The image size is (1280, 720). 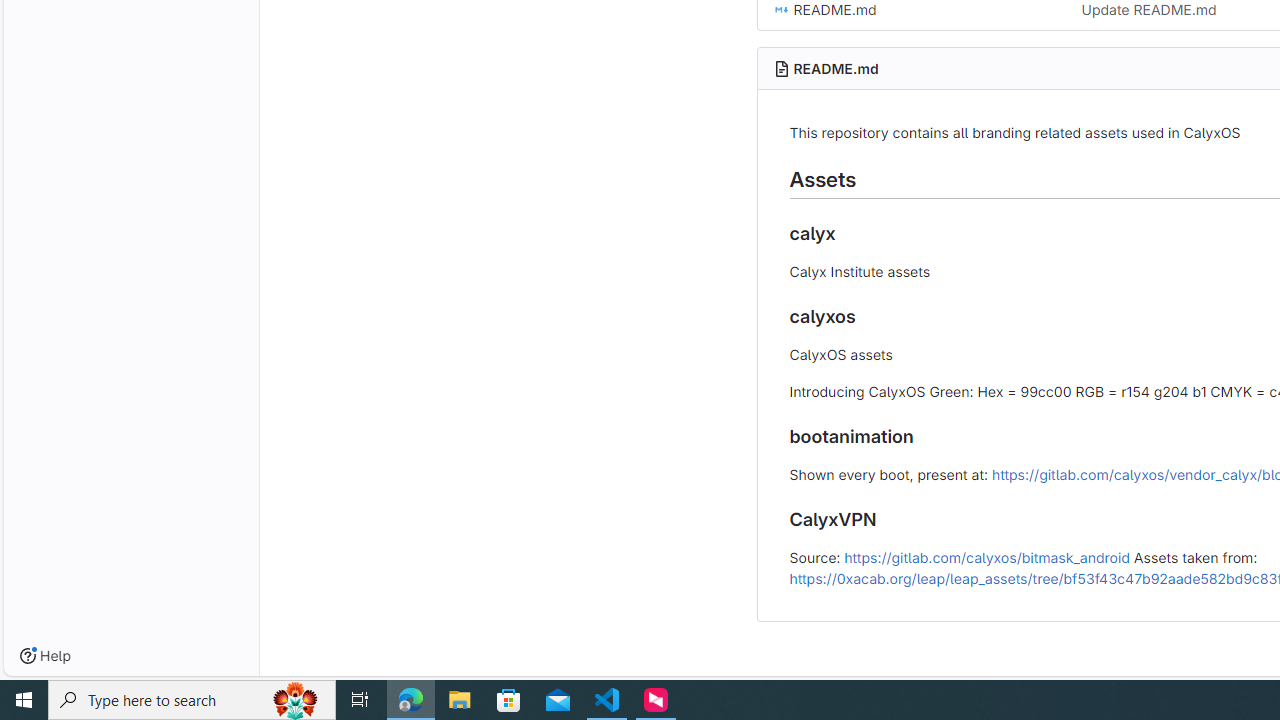 What do you see at coordinates (986, 556) in the screenshot?
I see `'https://gitlab.com/calyxos/bitmask_android'` at bounding box center [986, 556].